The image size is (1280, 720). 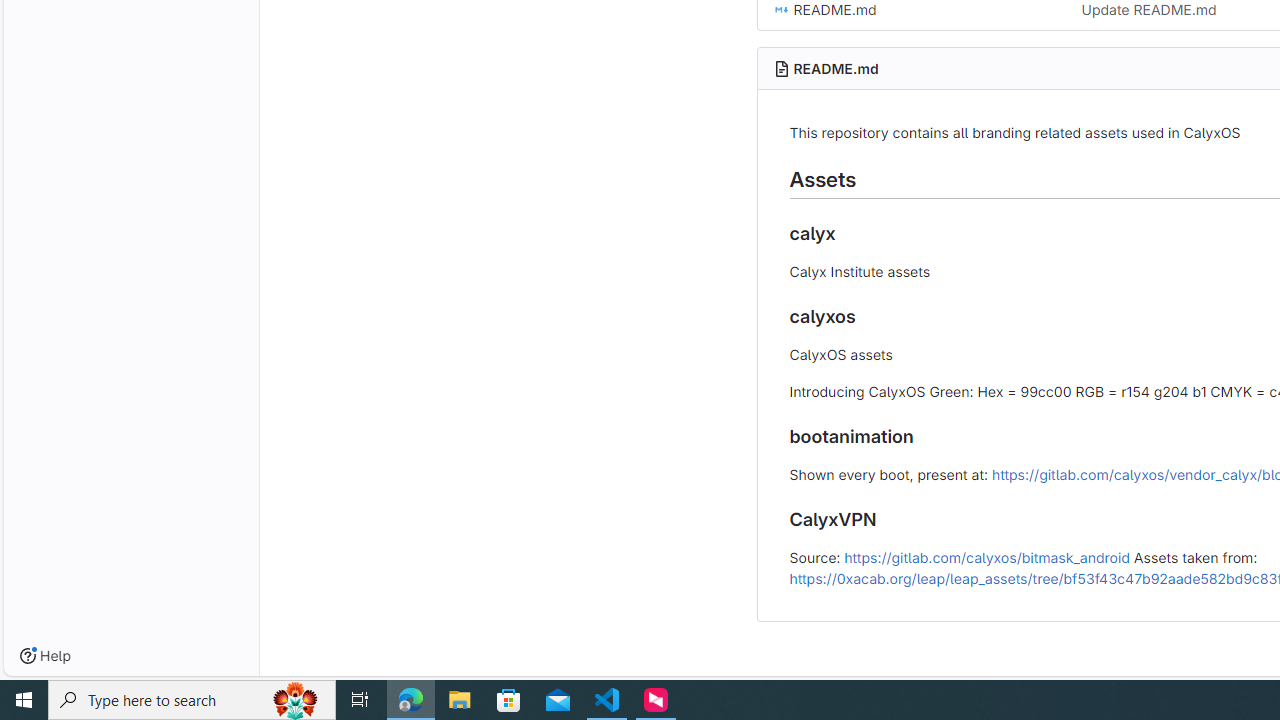 What do you see at coordinates (986, 556) in the screenshot?
I see `'https://gitlab.com/calyxos/bitmask_android'` at bounding box center [986, 556].